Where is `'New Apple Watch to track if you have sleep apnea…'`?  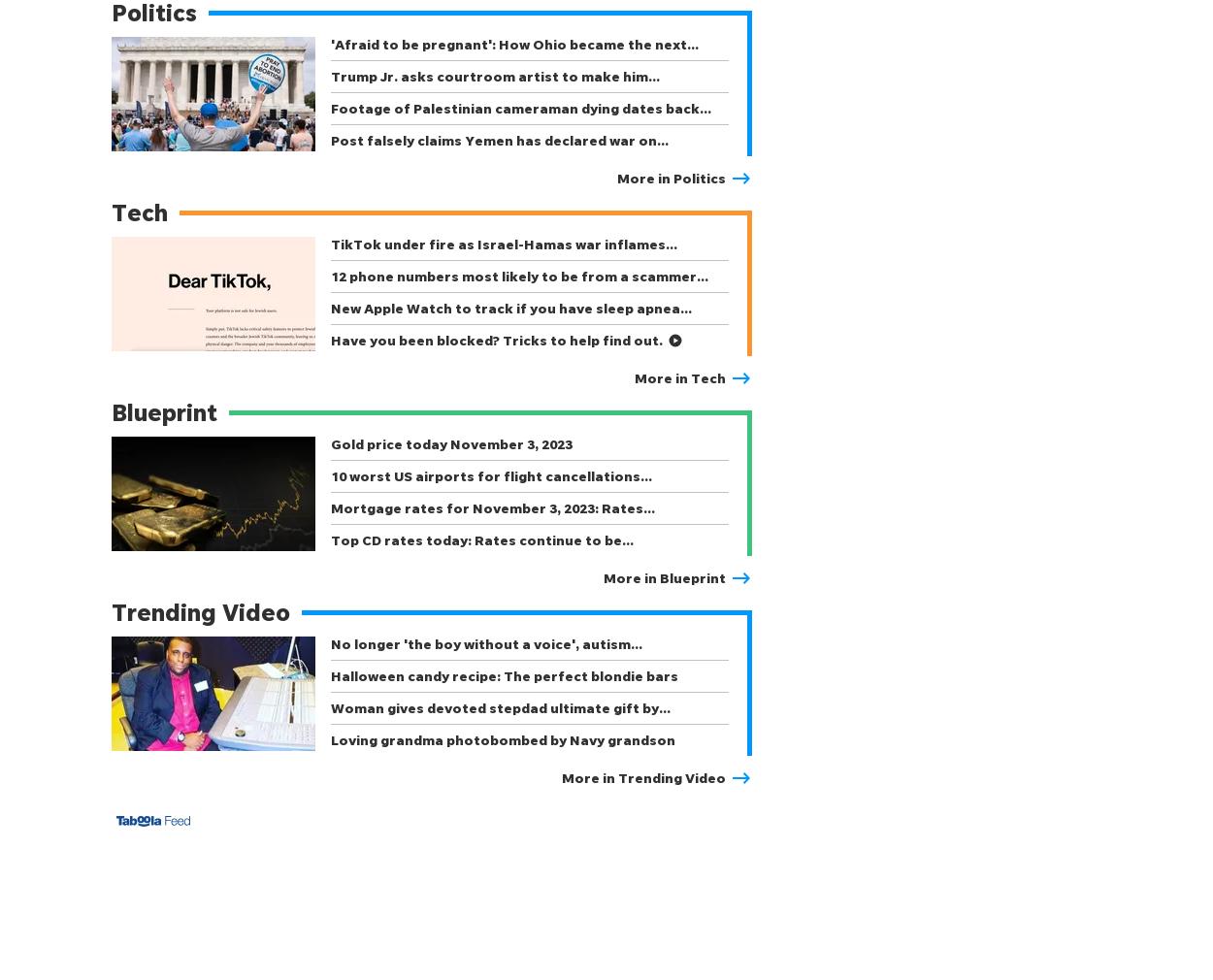 'New Apple Watch to track if you have sleep apnea…' is located at coordinates (511, 308).